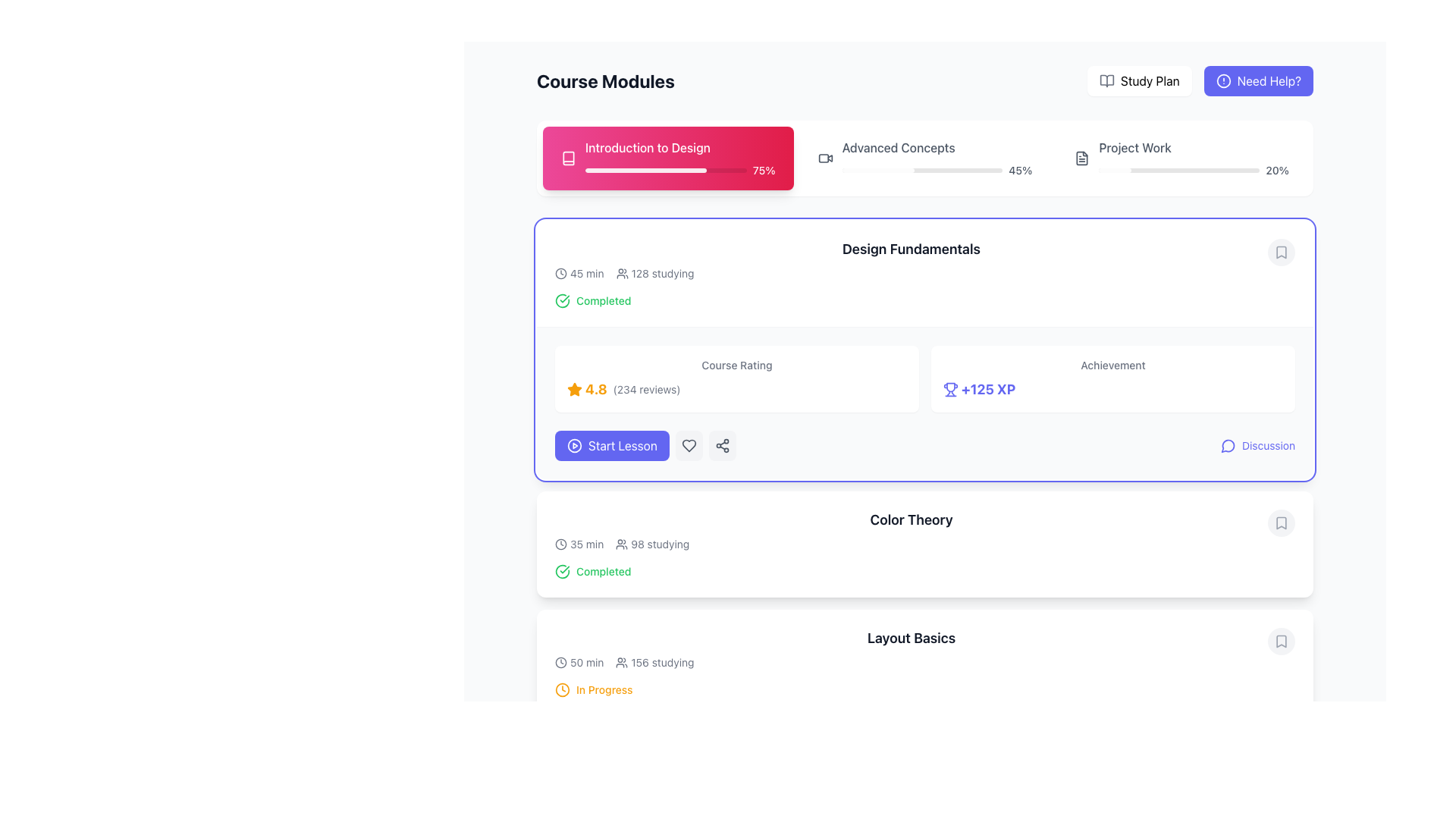 This screenshot has height=819, width=1456. Describe the element at coordinates (603, 571) in the screenshot. I see `completion status from the text label displaying 'Completed' in light green color, which is part of the status row aligned with other symbols in the Color Theory course card` at that location.